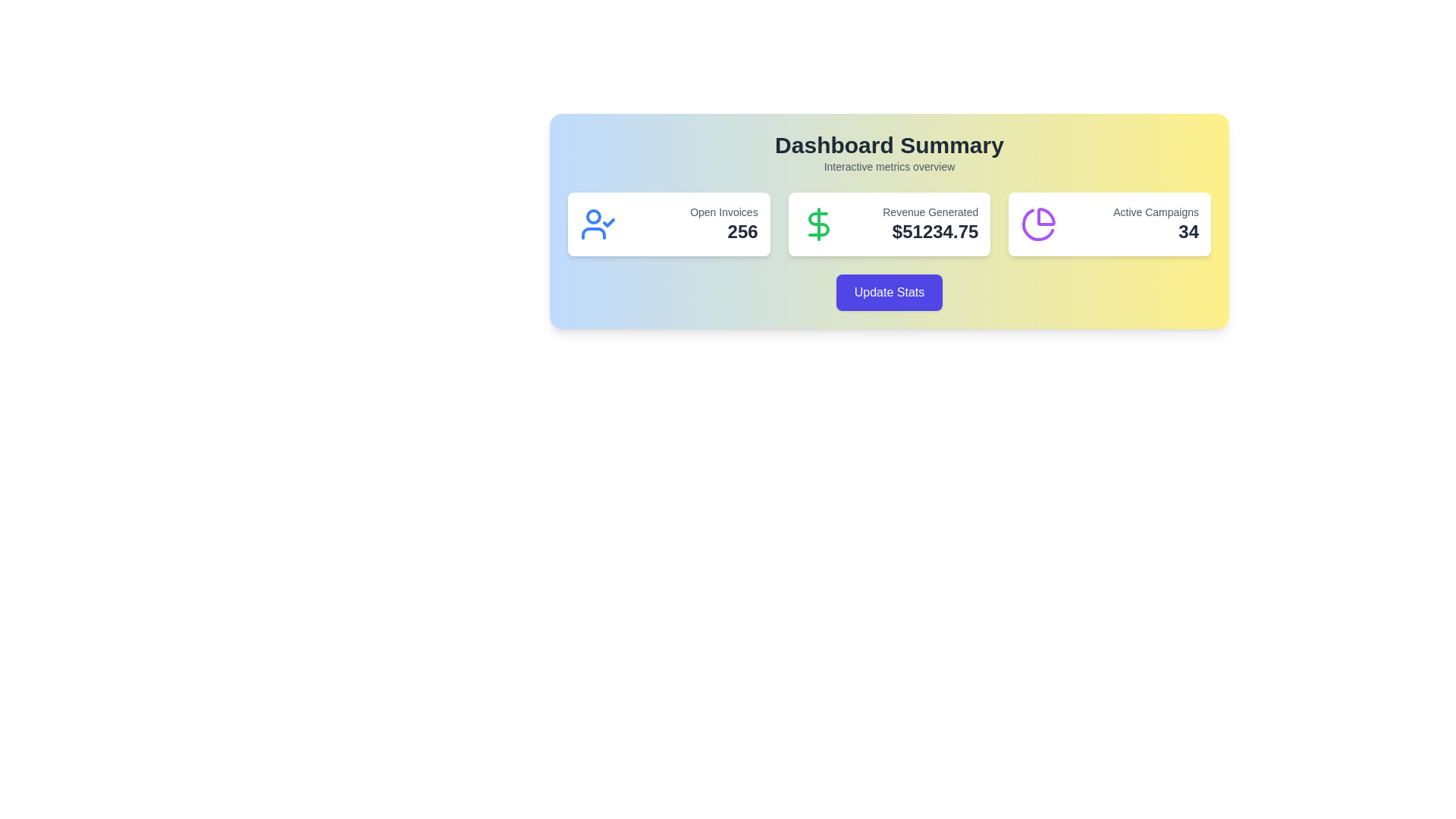  What do you see at coordinates (1038, 224) in the screenshot?
I see `purple pie chart icon located in the rightmost card of the dashboard, positioned to the left of the 'Active Campaigns' text and the number '34'` at bounding box center [1038, 224].